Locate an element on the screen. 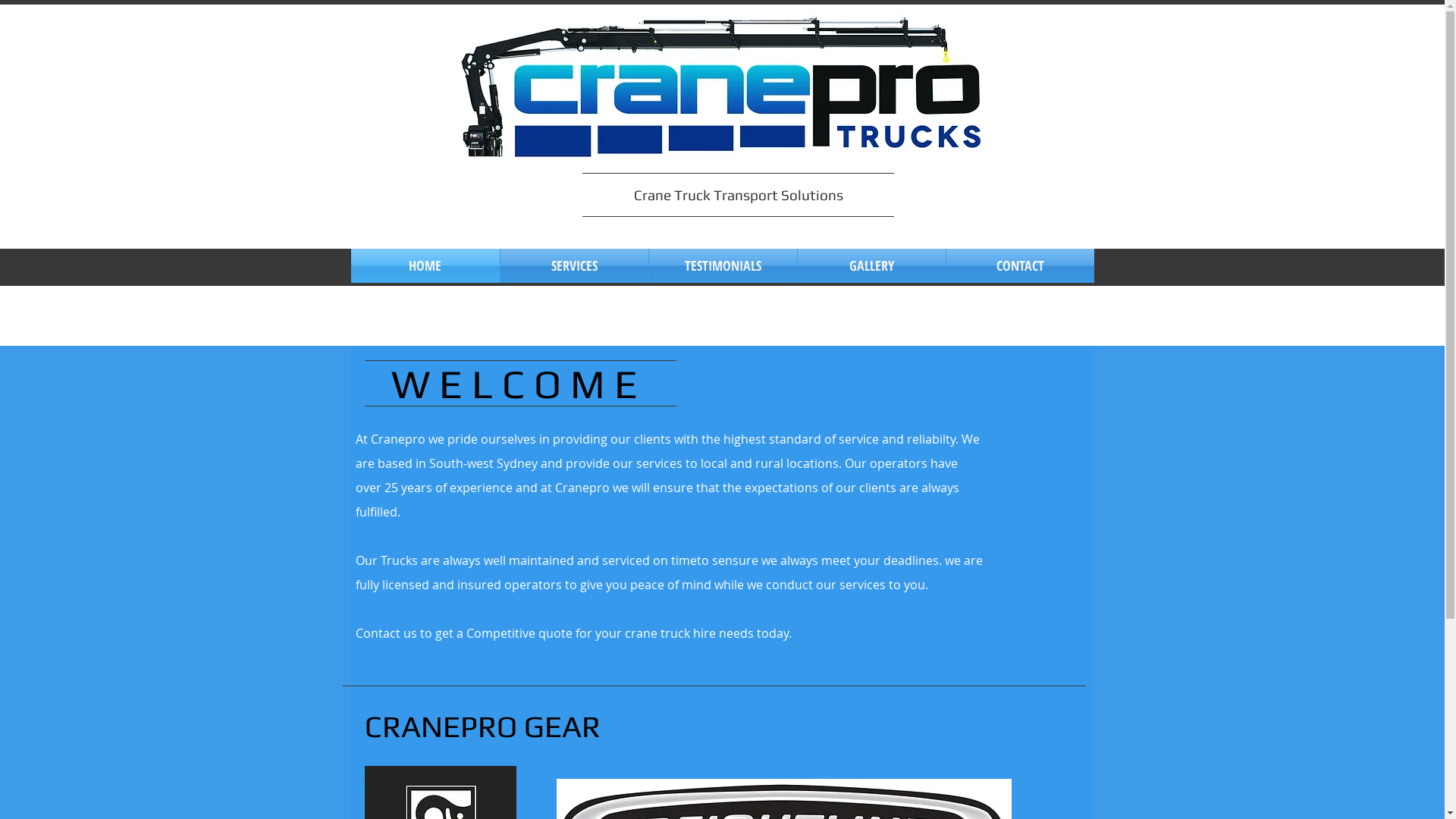  'CRANEPRO GEAR ' is located at coordinates (484, 725).